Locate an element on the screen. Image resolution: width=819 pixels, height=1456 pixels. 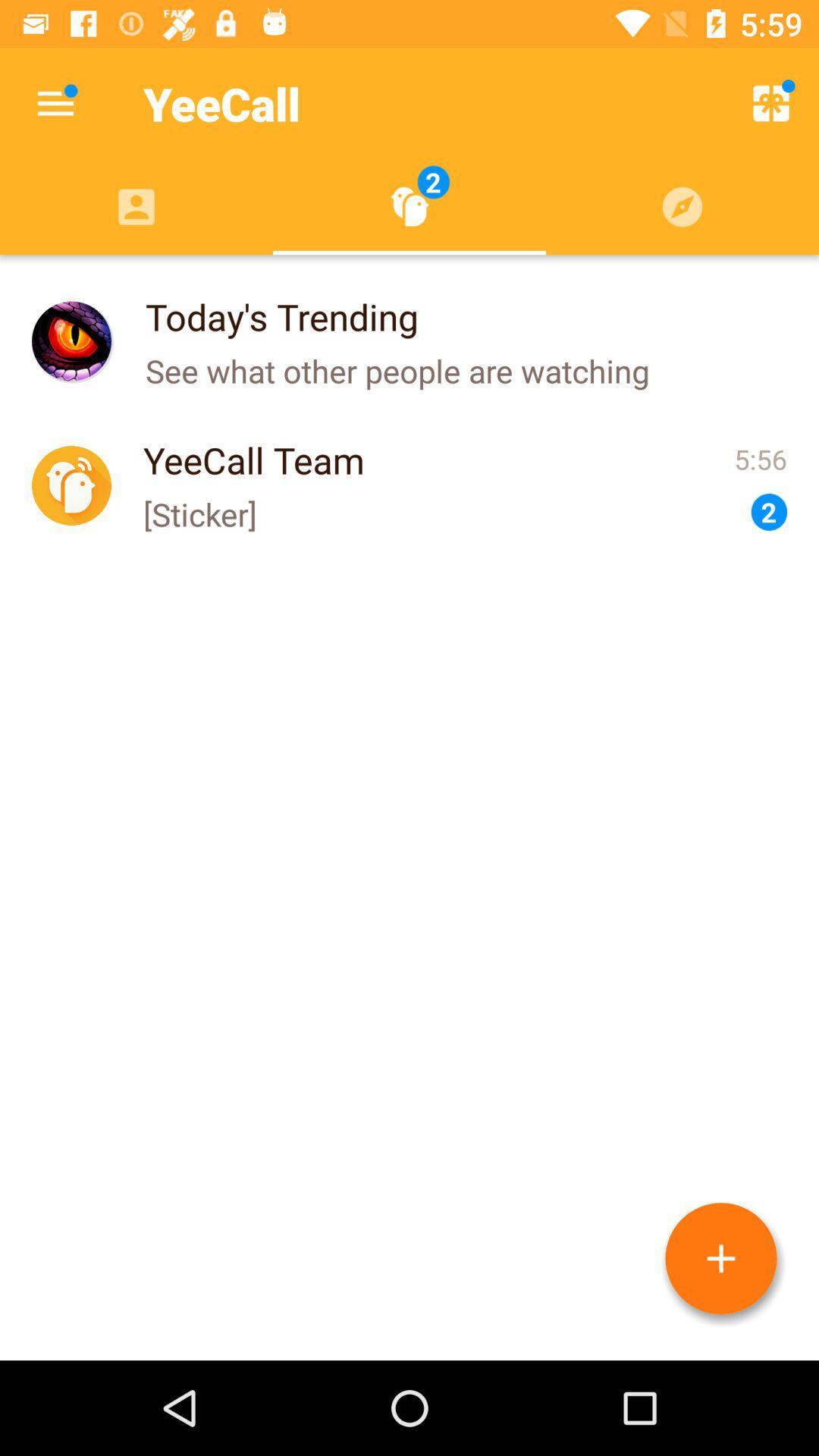
new call is located at coordinates (720, 1258).